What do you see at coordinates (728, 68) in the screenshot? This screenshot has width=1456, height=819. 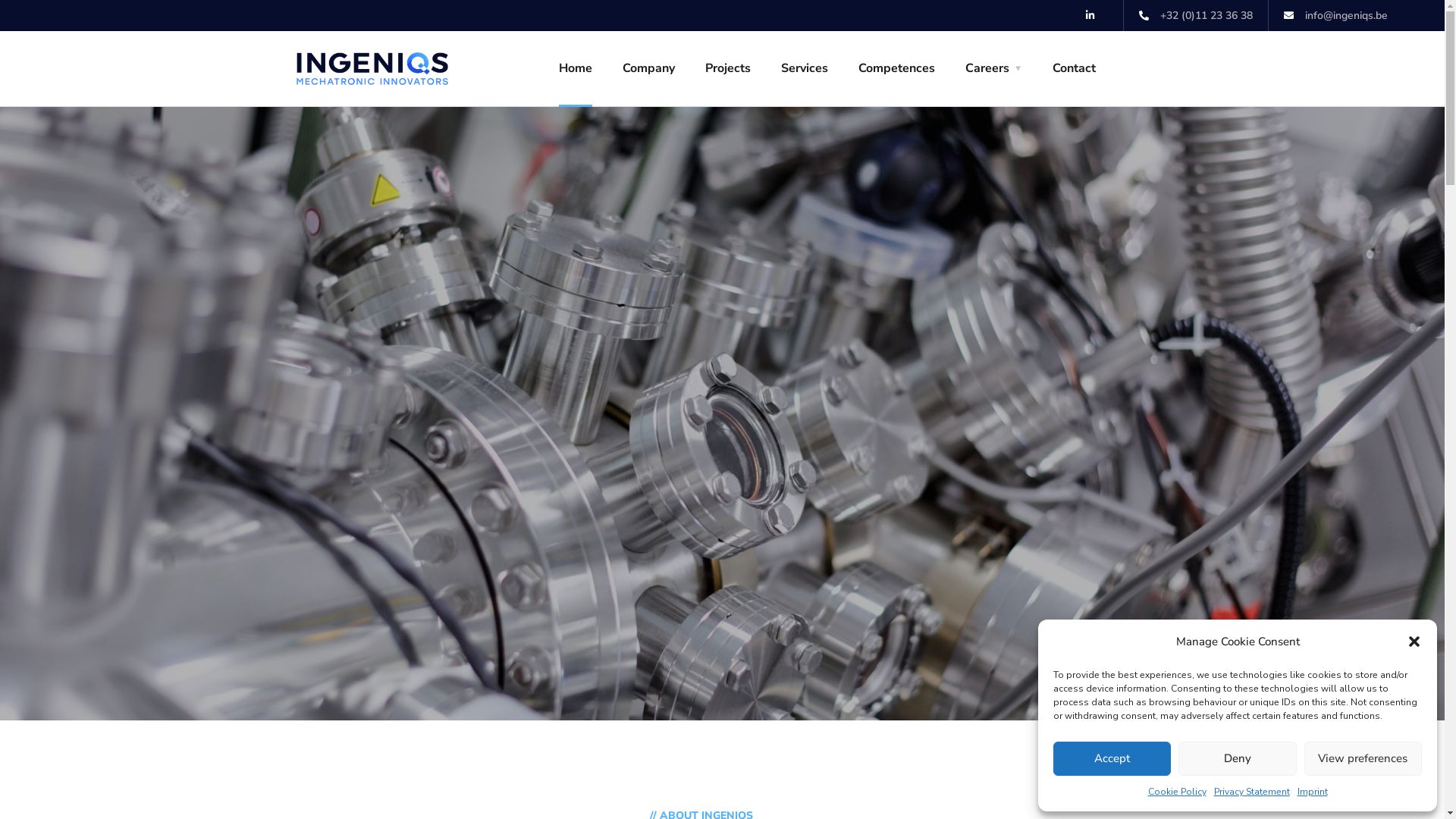 I see `'Projects'` at bounding box center [728, 68].